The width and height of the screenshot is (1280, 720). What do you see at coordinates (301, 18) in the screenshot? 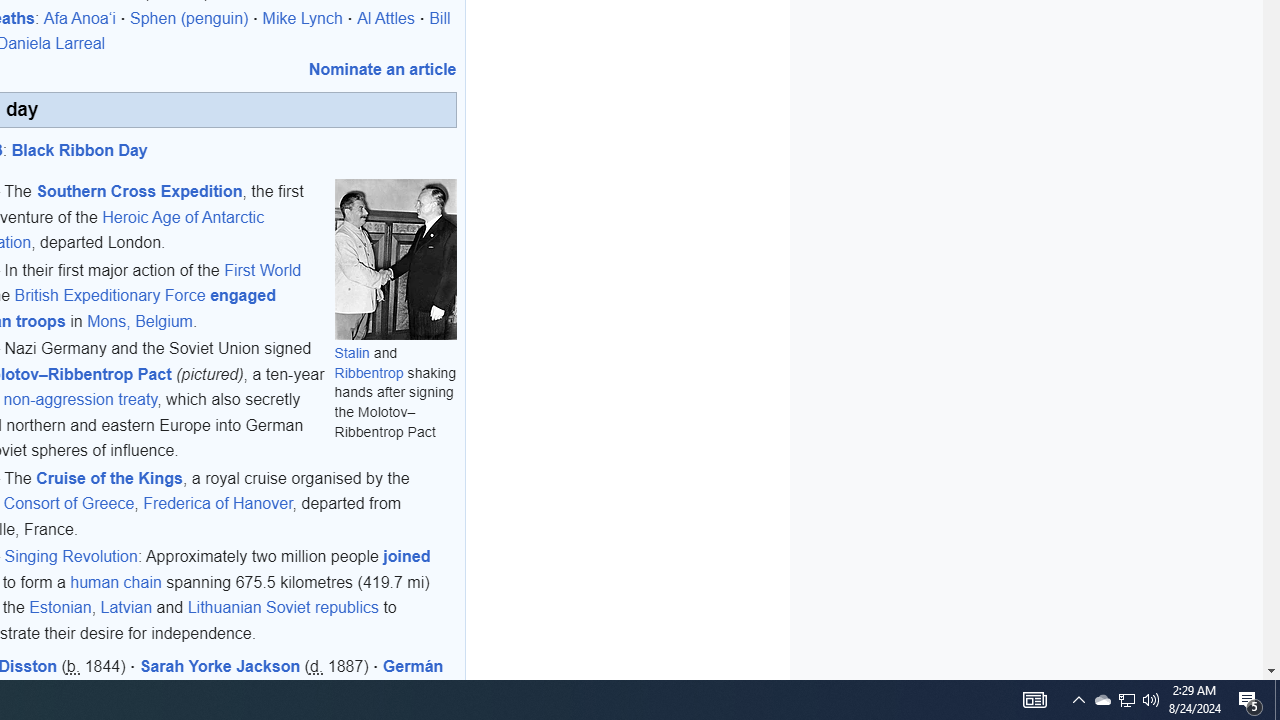
I see `'Mike Lynch'` at bounding box center [301, 18].